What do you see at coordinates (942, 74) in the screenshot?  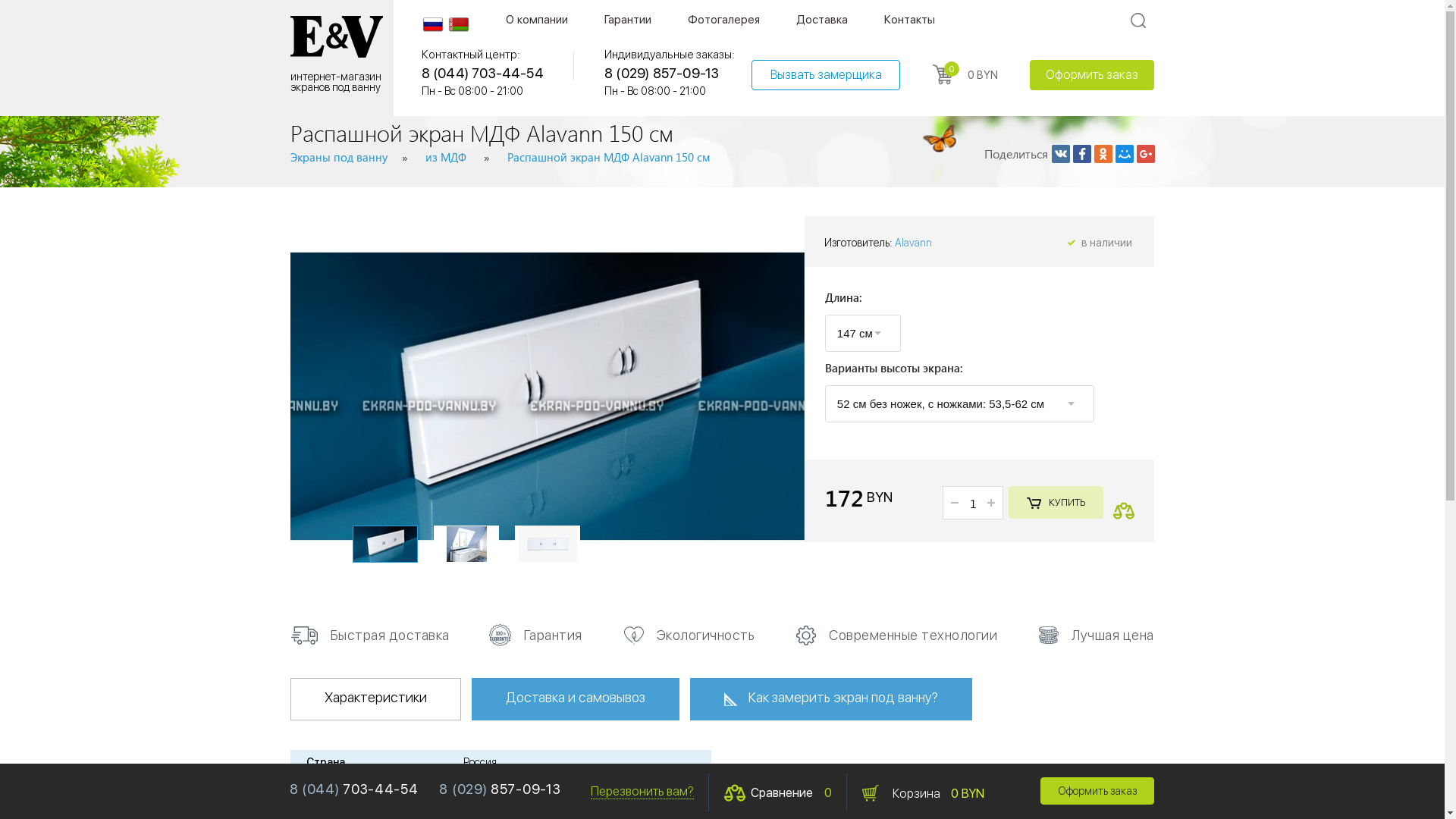 I see `'0'` at bounding box center [942, 74].